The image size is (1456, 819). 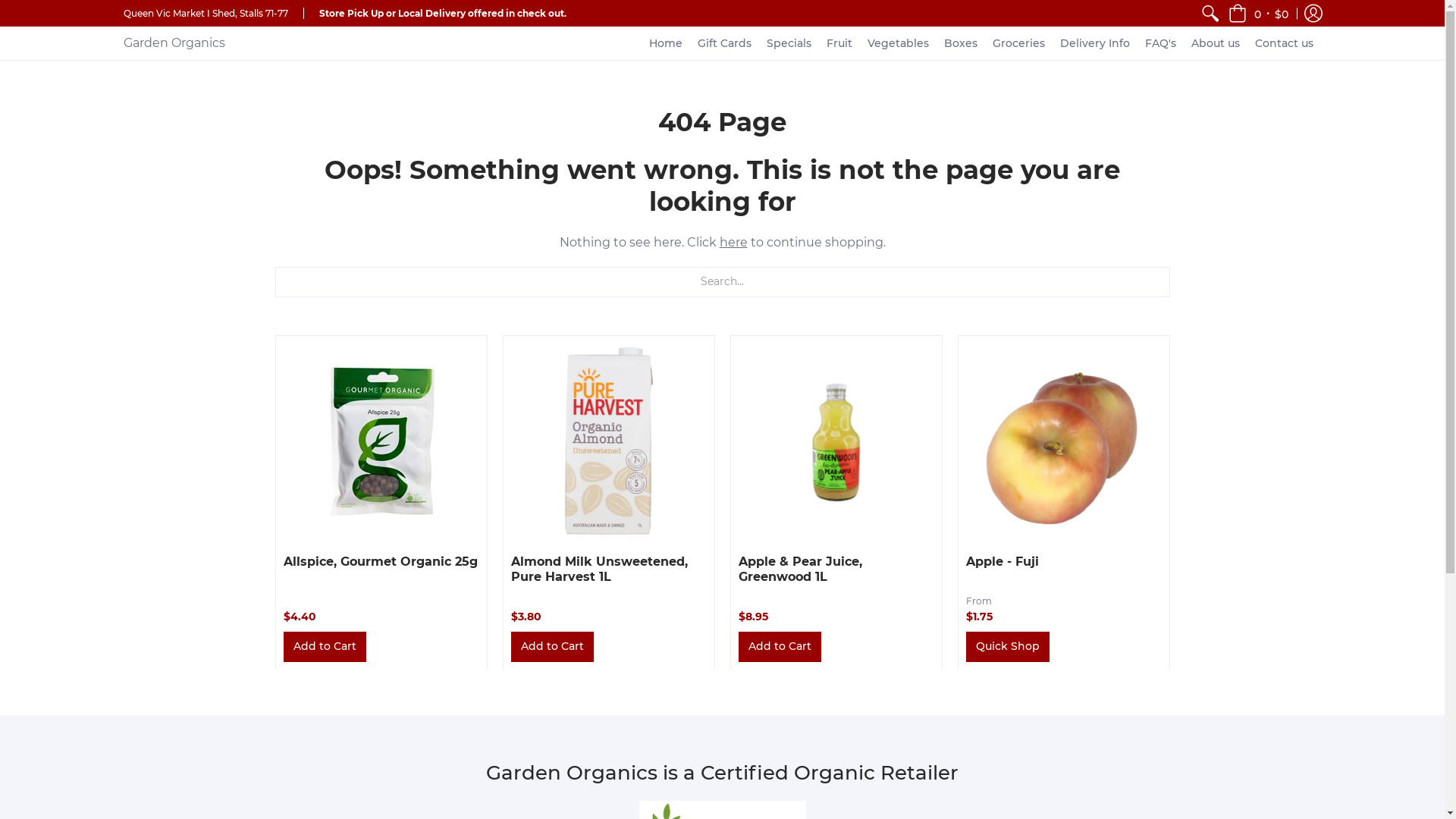 What do you see at coordinates (1062, 441) in the screenshot?
I see `'Buy Apple - Fuji'` at bounding box center [1062, 441].